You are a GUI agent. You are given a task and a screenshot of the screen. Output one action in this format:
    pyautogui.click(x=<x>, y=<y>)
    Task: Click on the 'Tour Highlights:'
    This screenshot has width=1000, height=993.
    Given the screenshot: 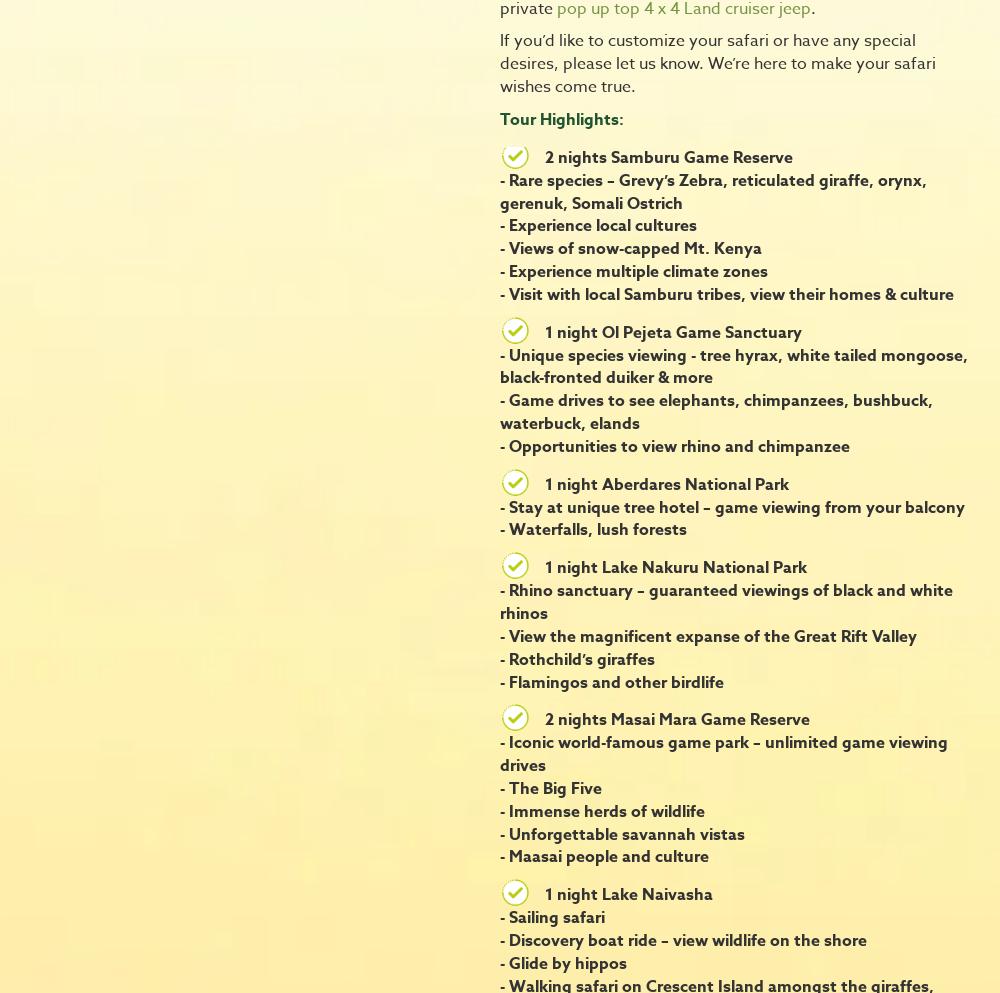 What is the action you would take?
    pyautogui.click(x=562, y=118)
    